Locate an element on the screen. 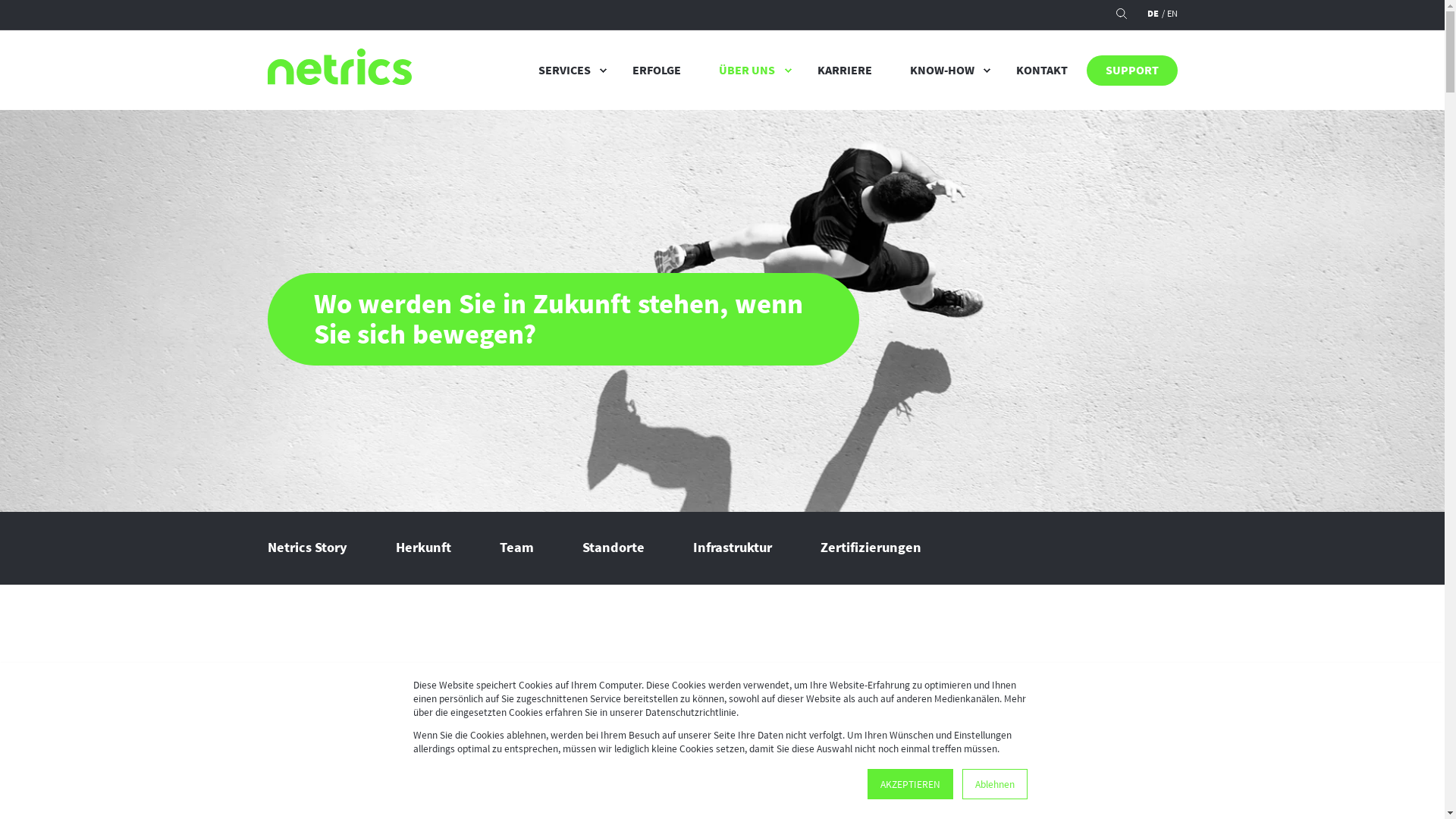  'KONTAKT' is located at coordinates (1040, 70).